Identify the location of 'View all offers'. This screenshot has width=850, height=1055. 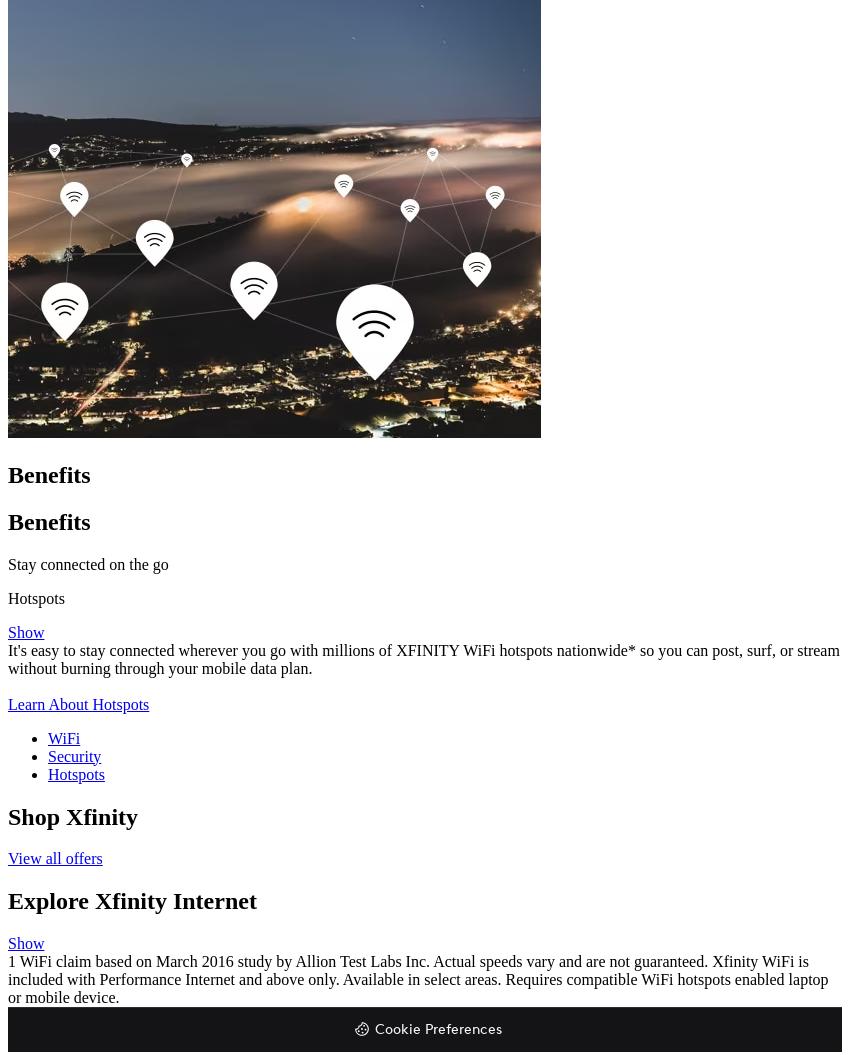
(6, 858).